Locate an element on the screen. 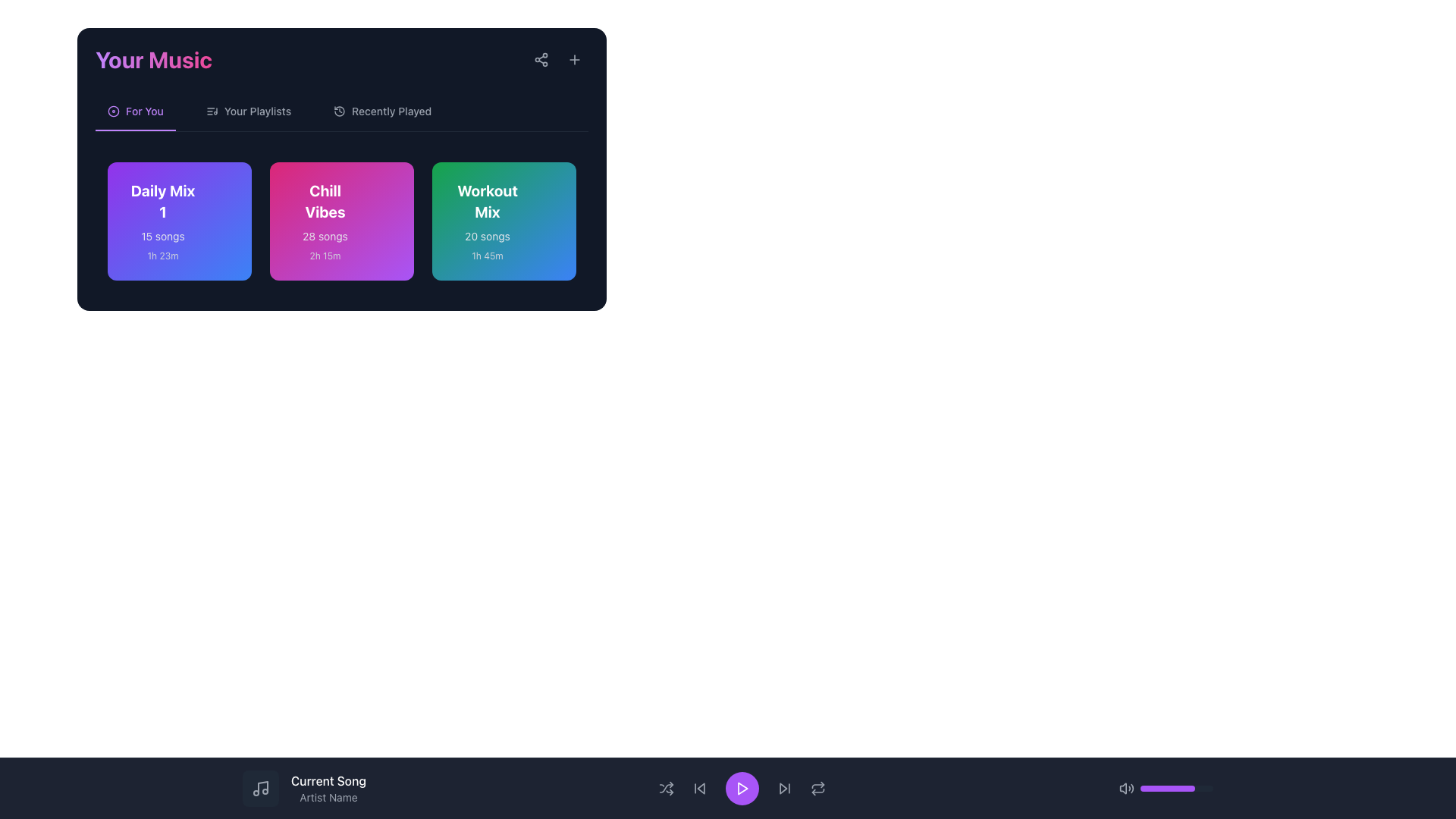 Image resolution: width=1456 pixels, height=819 pixels. the content box displaying music playlist information titled 'Daily Mix 1', which includes details such as '15 songs' and '1h 23m' is located at coordinates (179, 221).